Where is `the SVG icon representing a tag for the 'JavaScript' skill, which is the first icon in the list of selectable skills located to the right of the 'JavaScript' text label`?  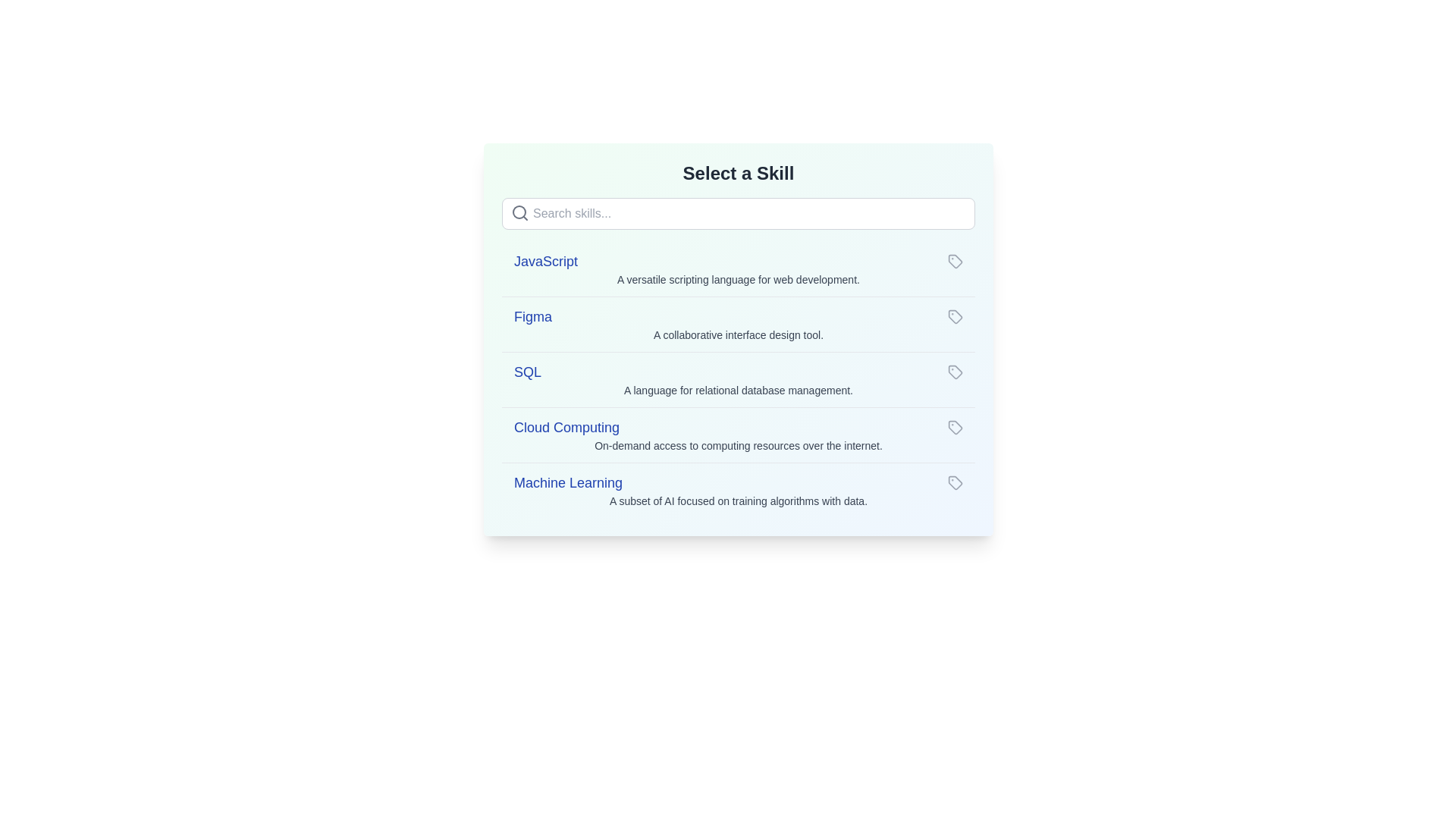 the SVG icon representing a tag for the 'JavaScript' skill, which is the first icon in the list of selectable skills located to the right of the 'JavaScript' text label is located at coordinates (954, 260).